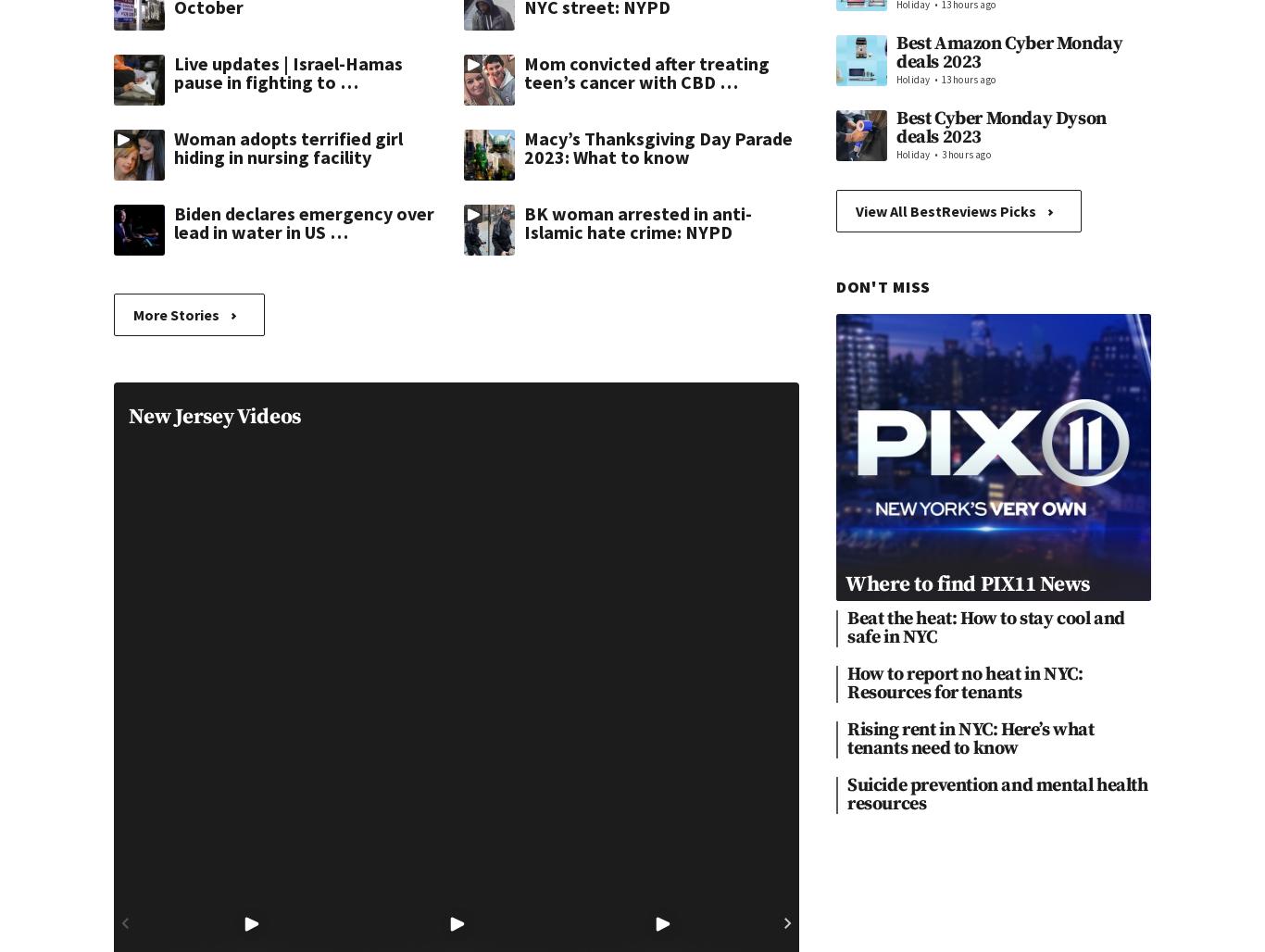 This screenshot has width=1265, height=952. Describe the element at coordinates (967, 78) in the screenshot. I see `'13 hours ago'` at that location.